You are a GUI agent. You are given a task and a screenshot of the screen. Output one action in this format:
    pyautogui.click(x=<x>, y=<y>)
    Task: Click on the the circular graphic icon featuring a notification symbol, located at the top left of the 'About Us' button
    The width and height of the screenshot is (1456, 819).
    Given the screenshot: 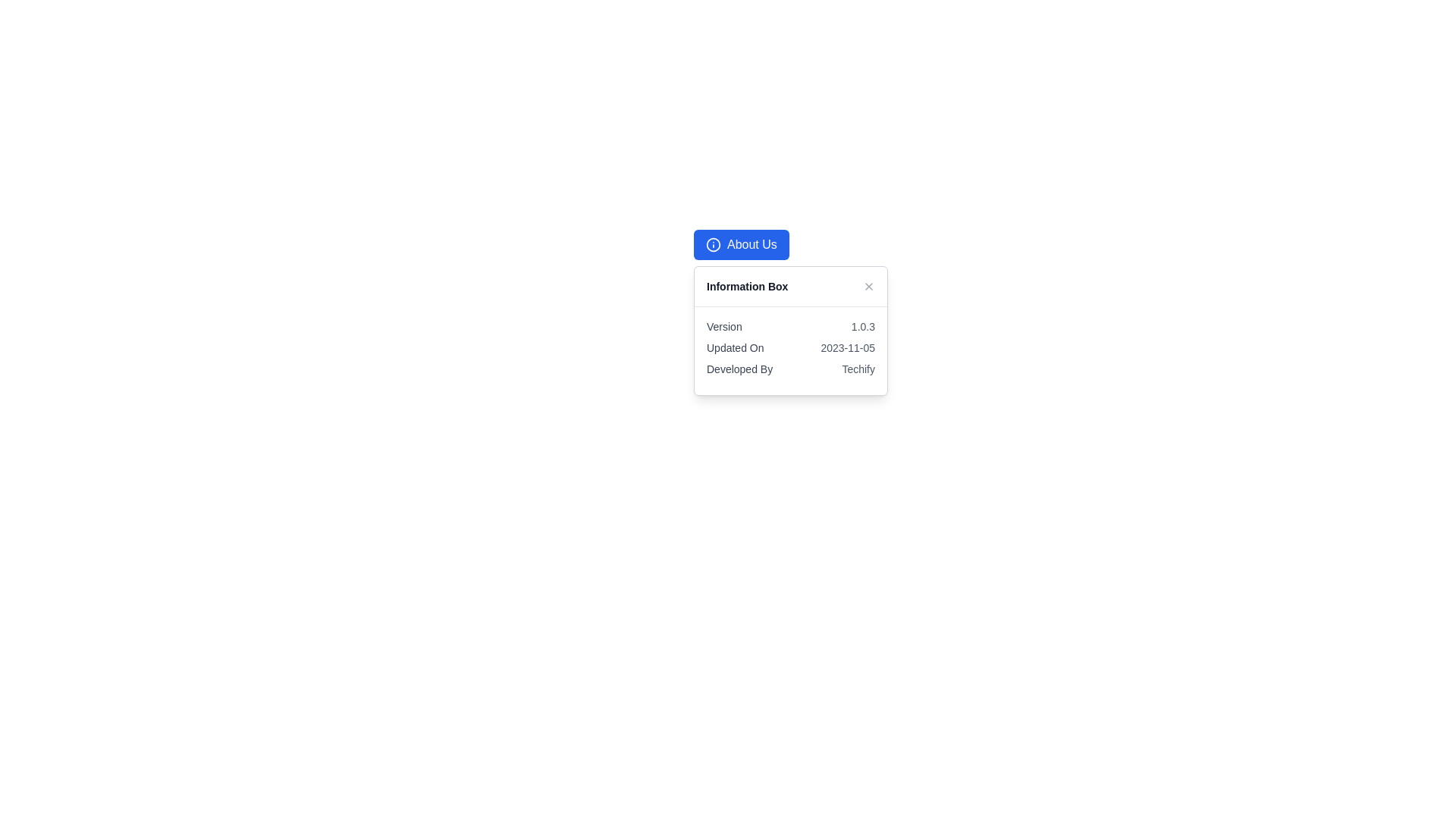 What is the action you would take?
    pyautogui.click(x=712, y=244)
    